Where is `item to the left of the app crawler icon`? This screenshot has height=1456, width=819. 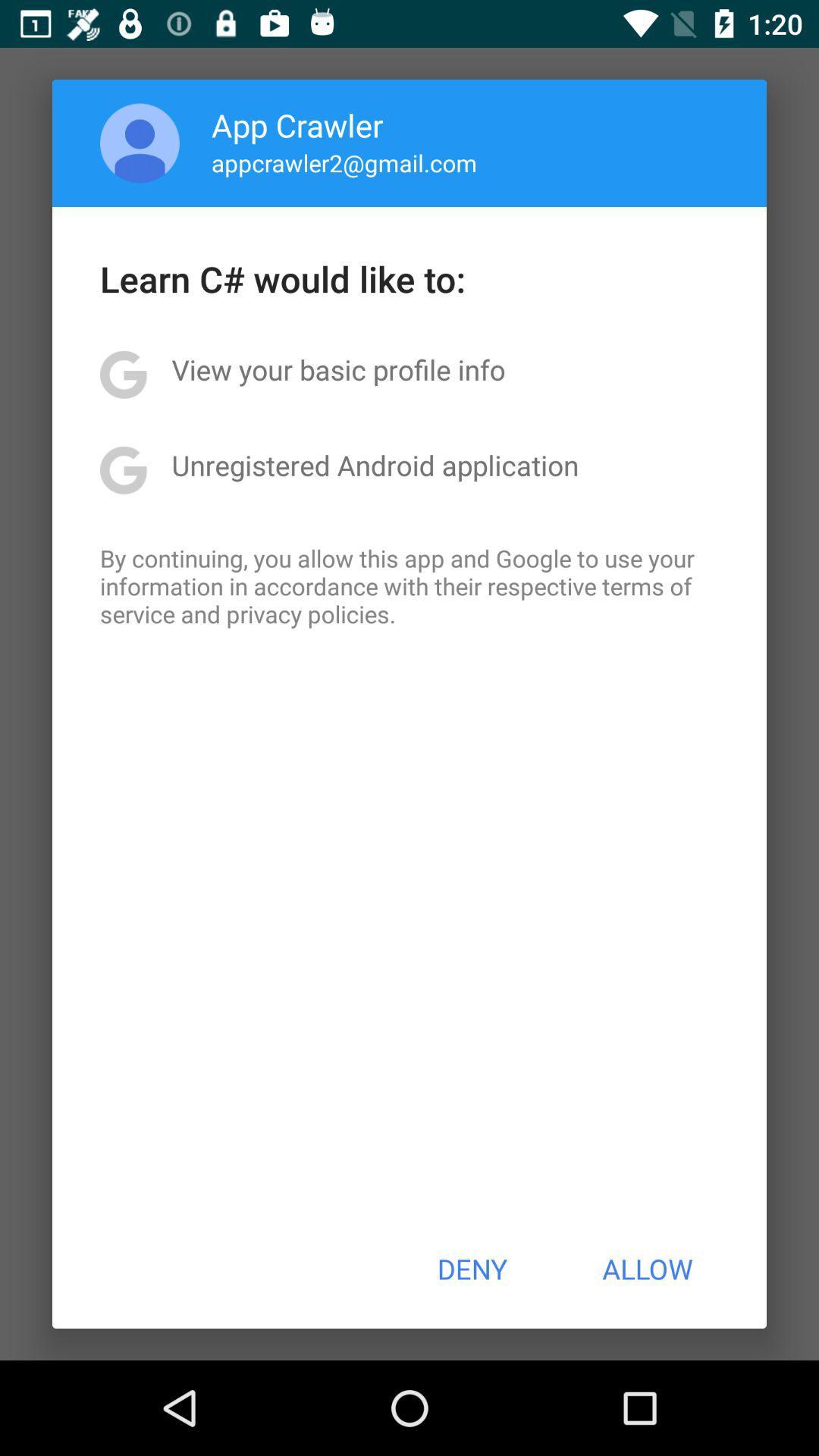
item to the left of the app crawler icon is located at coordinates (140, 143).